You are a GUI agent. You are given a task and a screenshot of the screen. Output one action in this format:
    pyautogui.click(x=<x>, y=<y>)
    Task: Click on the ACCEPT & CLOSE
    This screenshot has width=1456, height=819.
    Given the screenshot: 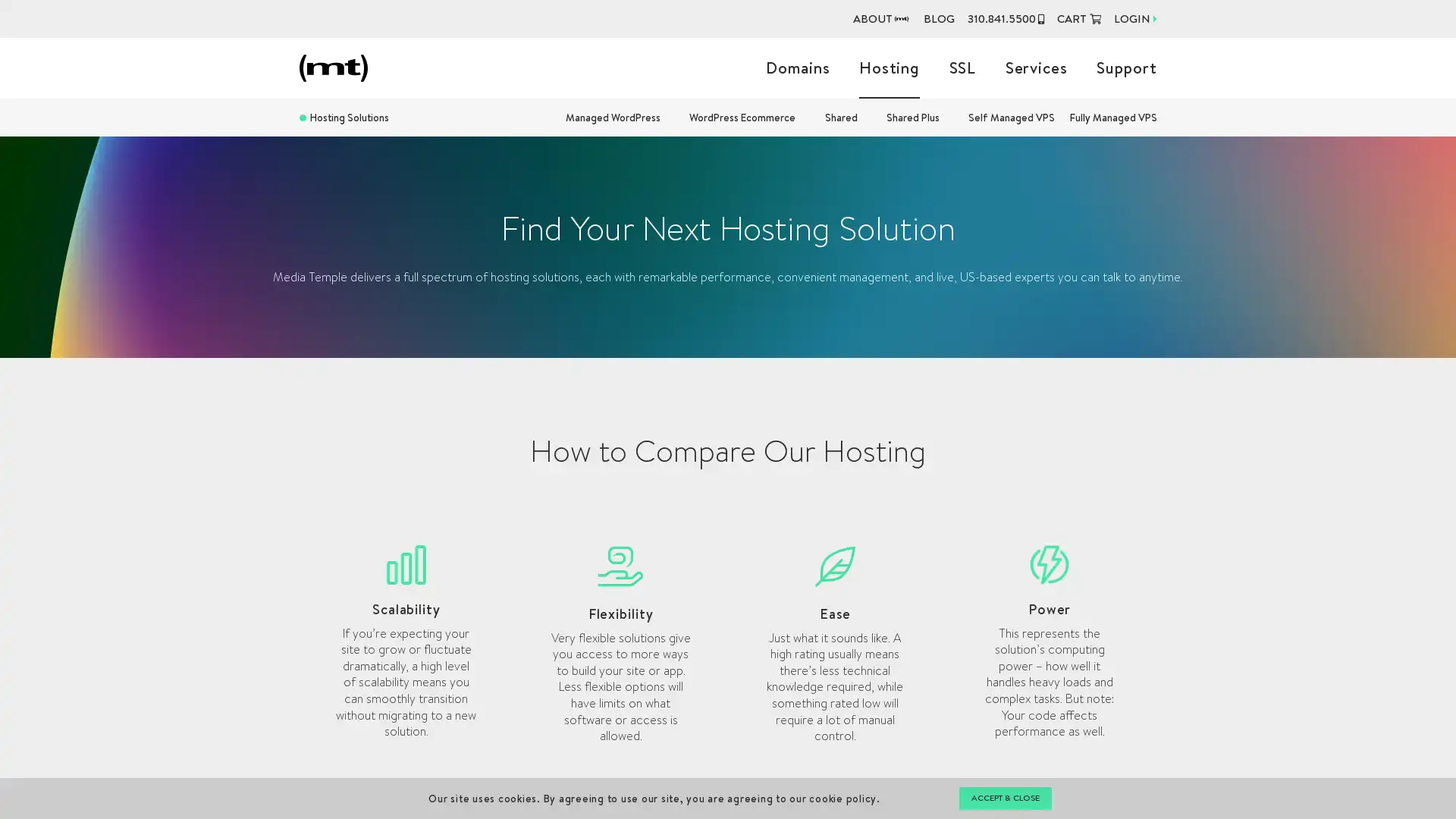 What is the action you would take?
    pyautogui.click(x=1004, y=798)
    